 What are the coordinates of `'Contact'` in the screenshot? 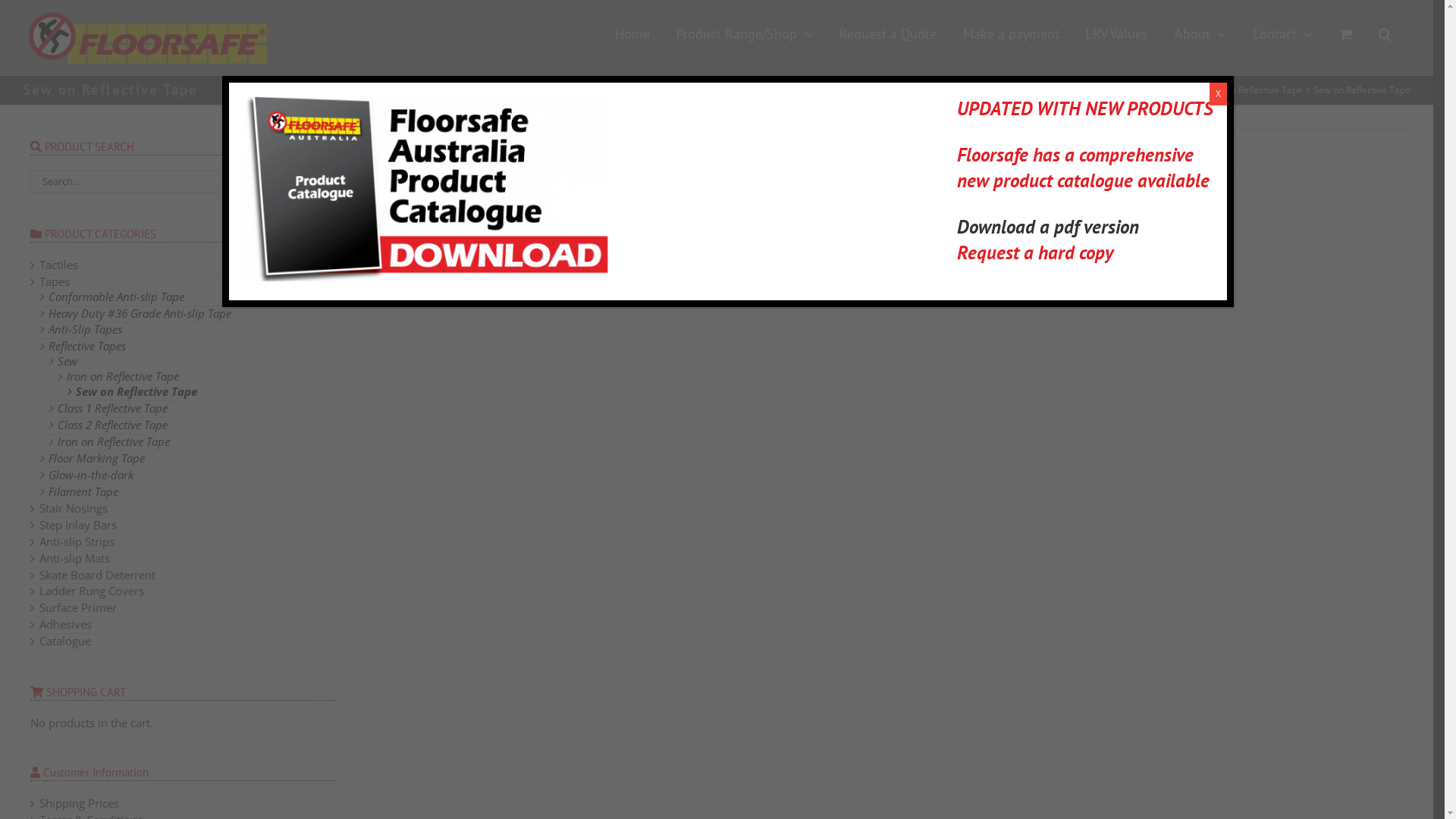 It's located at (1282, 34).